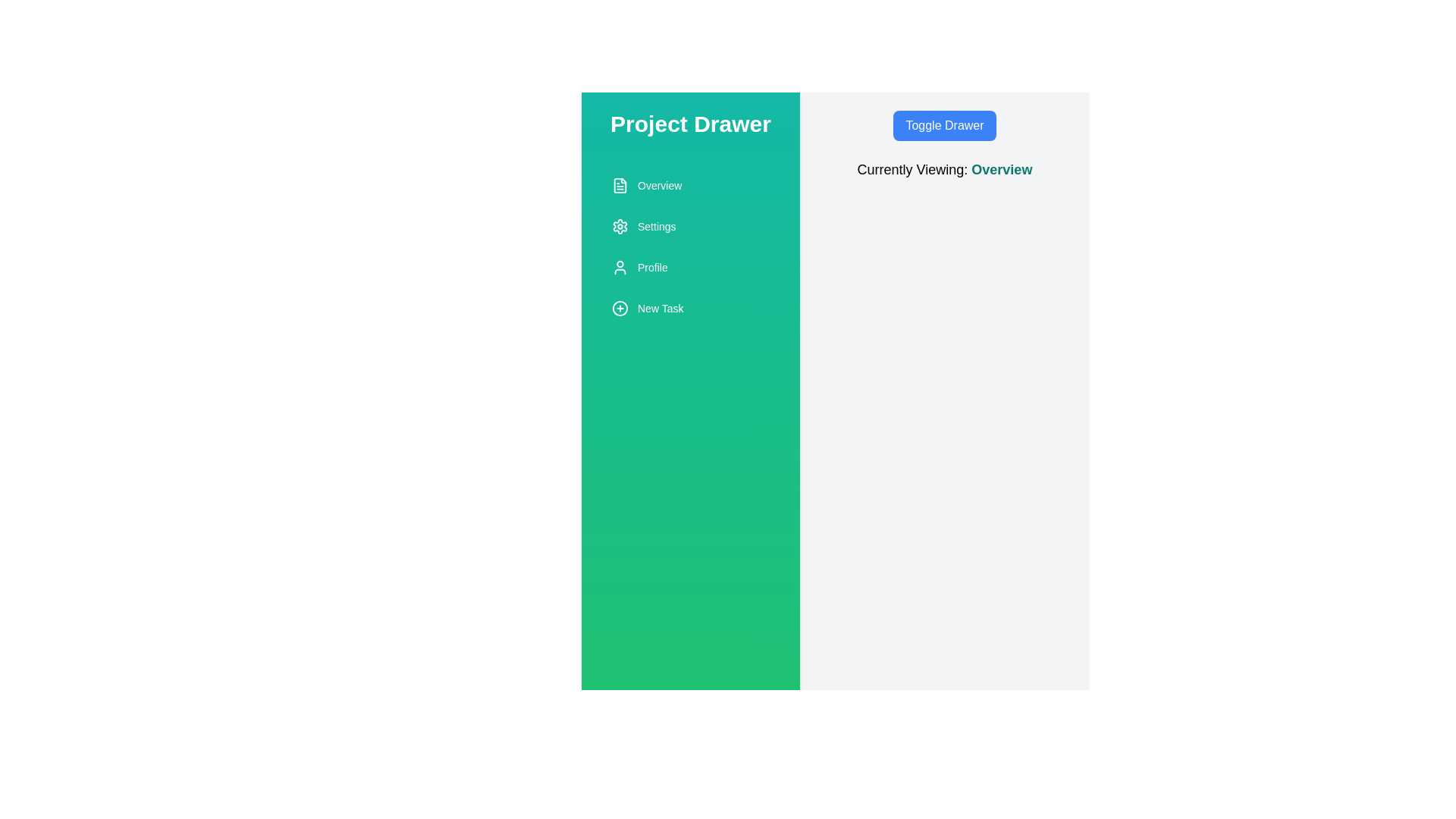 Image resolution: width=1456 pixels, height=819 pixels. Describe the element at coordinates (690, 227) in the screenshot. I see `the menu item labeled Settings to switch to the corresponding section` at that location.